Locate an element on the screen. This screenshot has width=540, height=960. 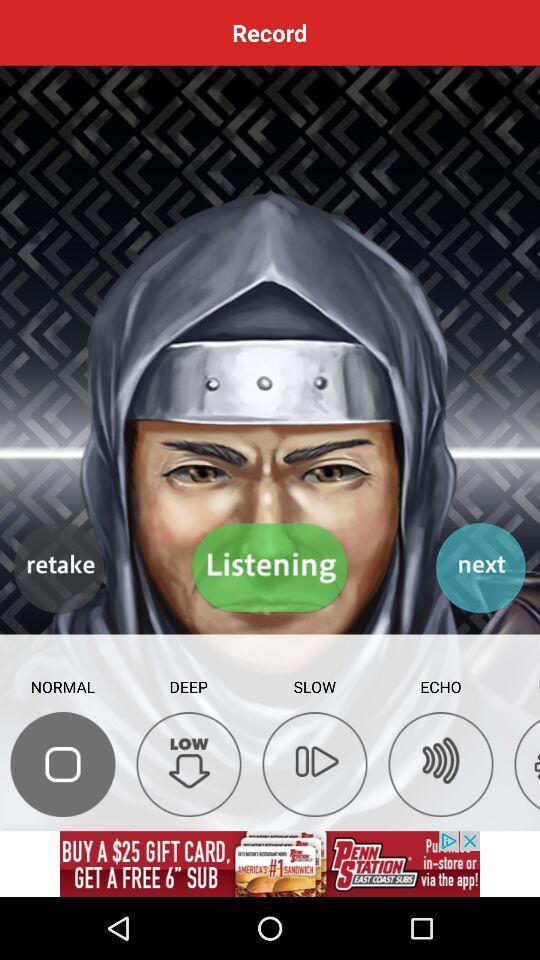
turn echo on is located at coordinates (441, 763).